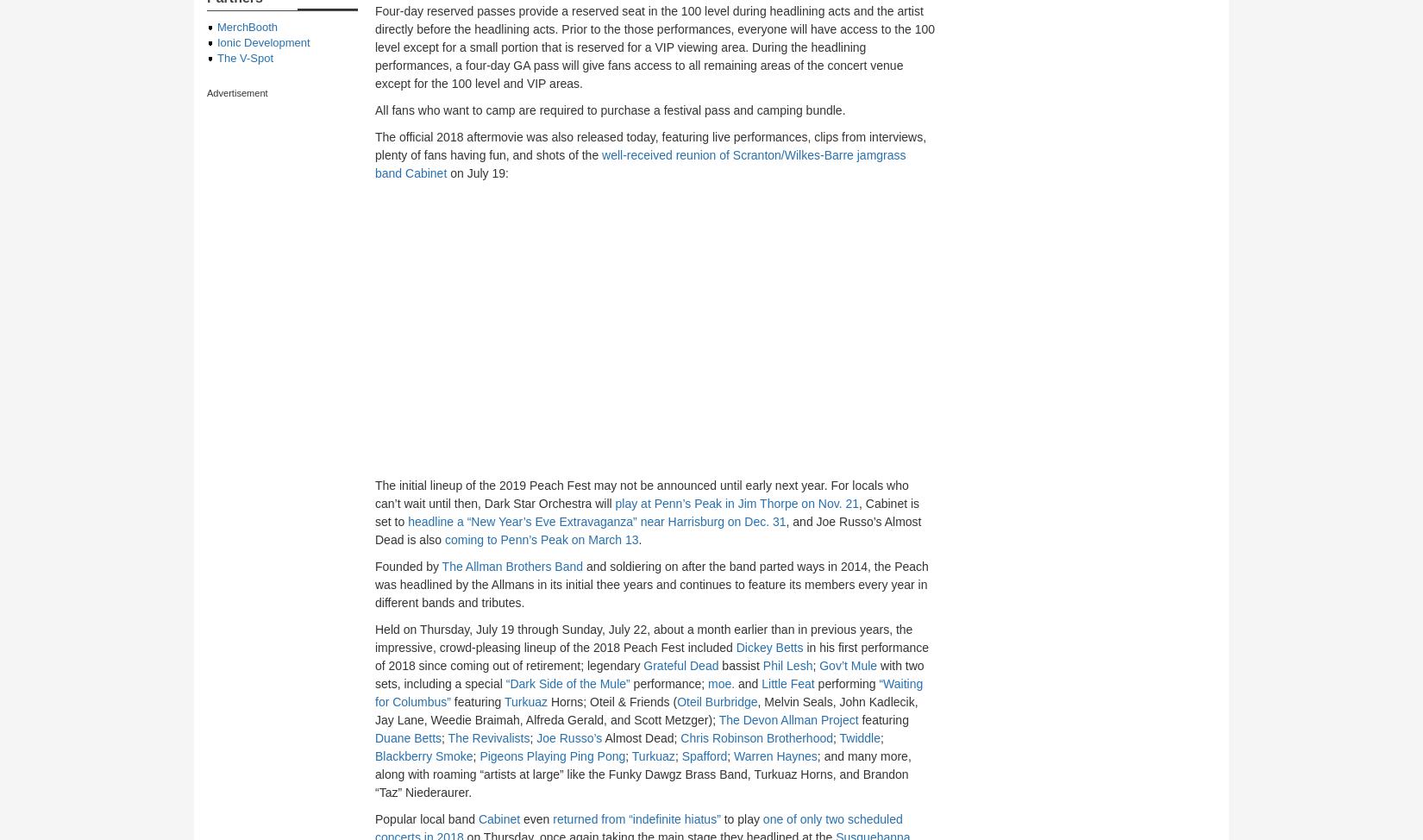 The height and width of the screenshot is (840, 1423). What do you see at coordinates (636, 818) in the screenshot?
I see `'returned from “indefinite hiatus”'` at bounding box center [636, 818].